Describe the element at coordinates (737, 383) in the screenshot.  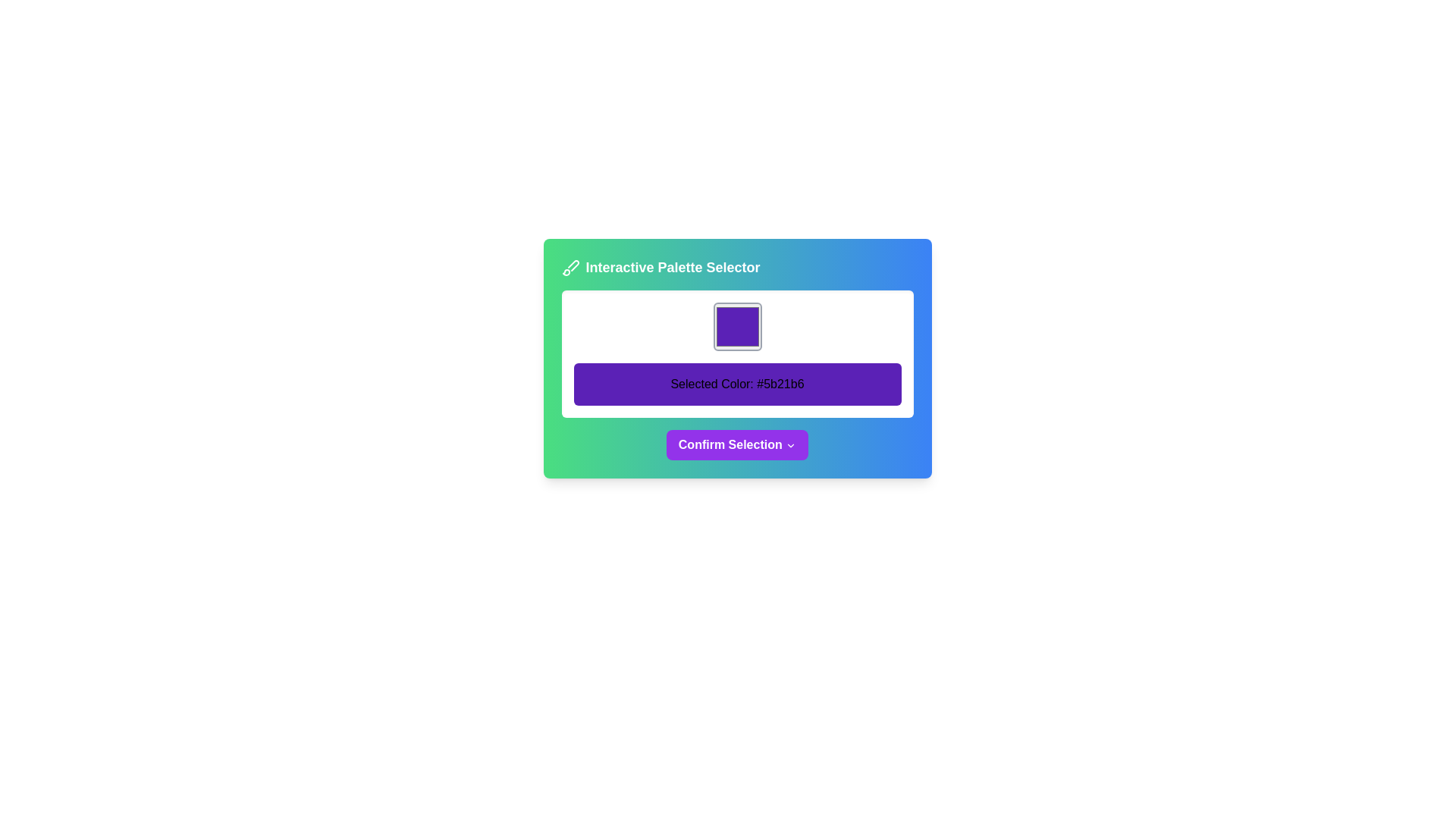
I see `the Text Label displaying the hexadecimal color code, which is located below the color preview box and above the 'Confirm Selection' button in the central section of the interface` at that location.